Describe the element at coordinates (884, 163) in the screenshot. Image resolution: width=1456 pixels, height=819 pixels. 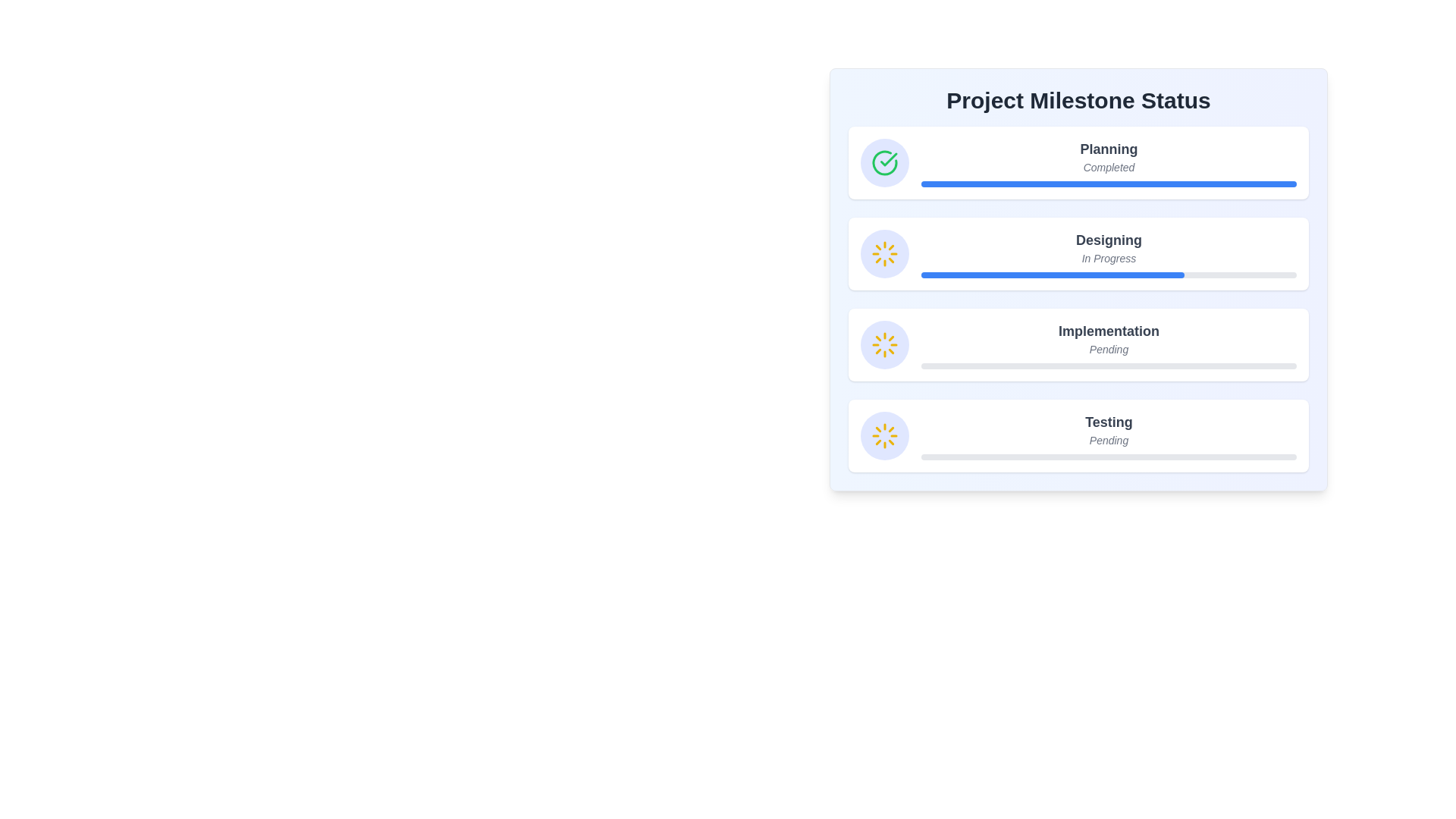
I see `the green checkmark icon with an indigo background, located next to the text 'Planning' and above 'Completed'` at that location.